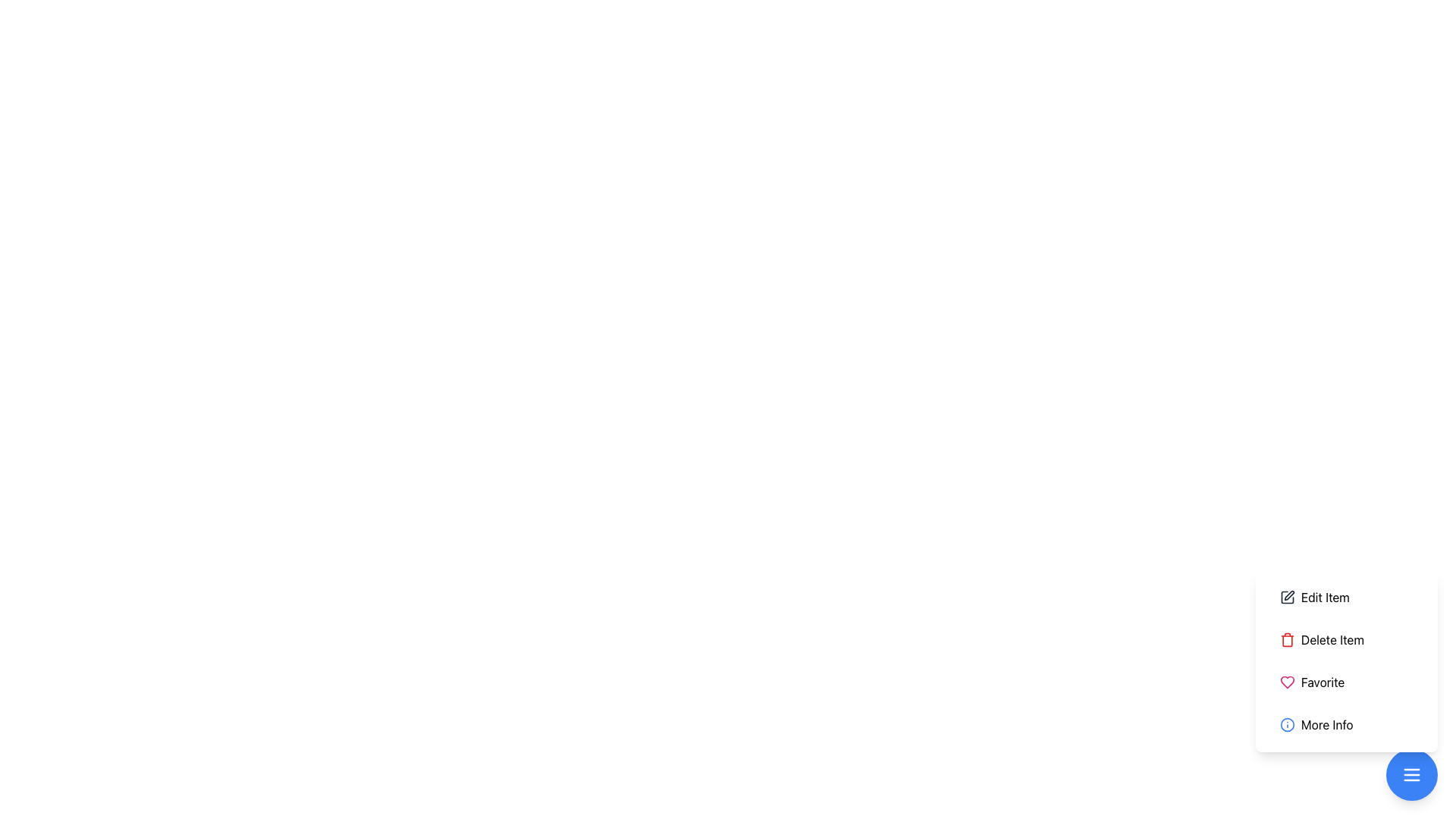 Image resolution: width=1456 pixels, height=819 pixels. I want to click on the 'Delete Item' text label, which is the second item in a vertical menu list, so click(1332, 640).